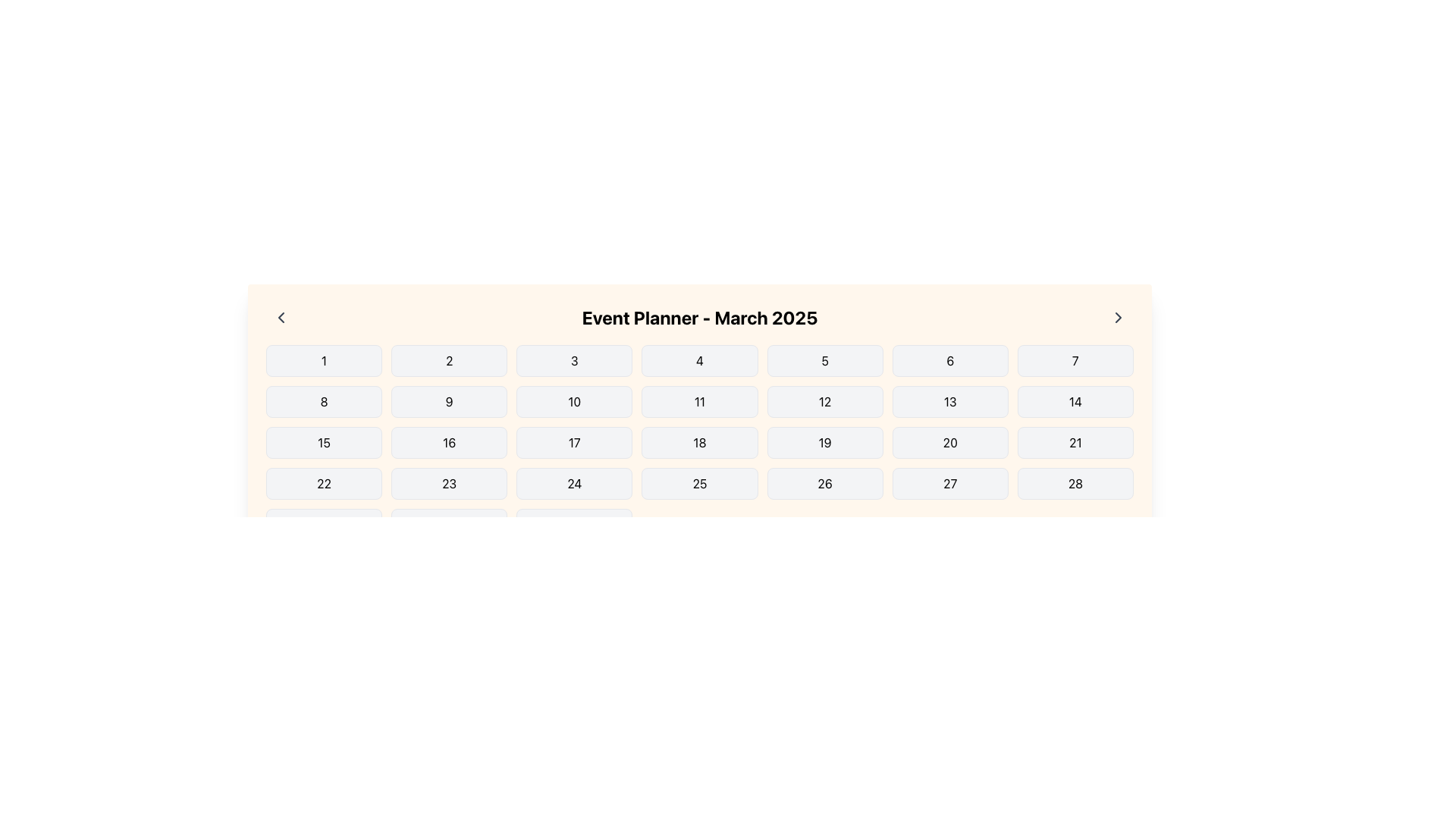  What do you see at coordinates (698, 317) in the screenshot?
I see `the central text display element (header) indicating events for March 2025, which is positioned between two navigation buttons` at bounding box center [698, 317].